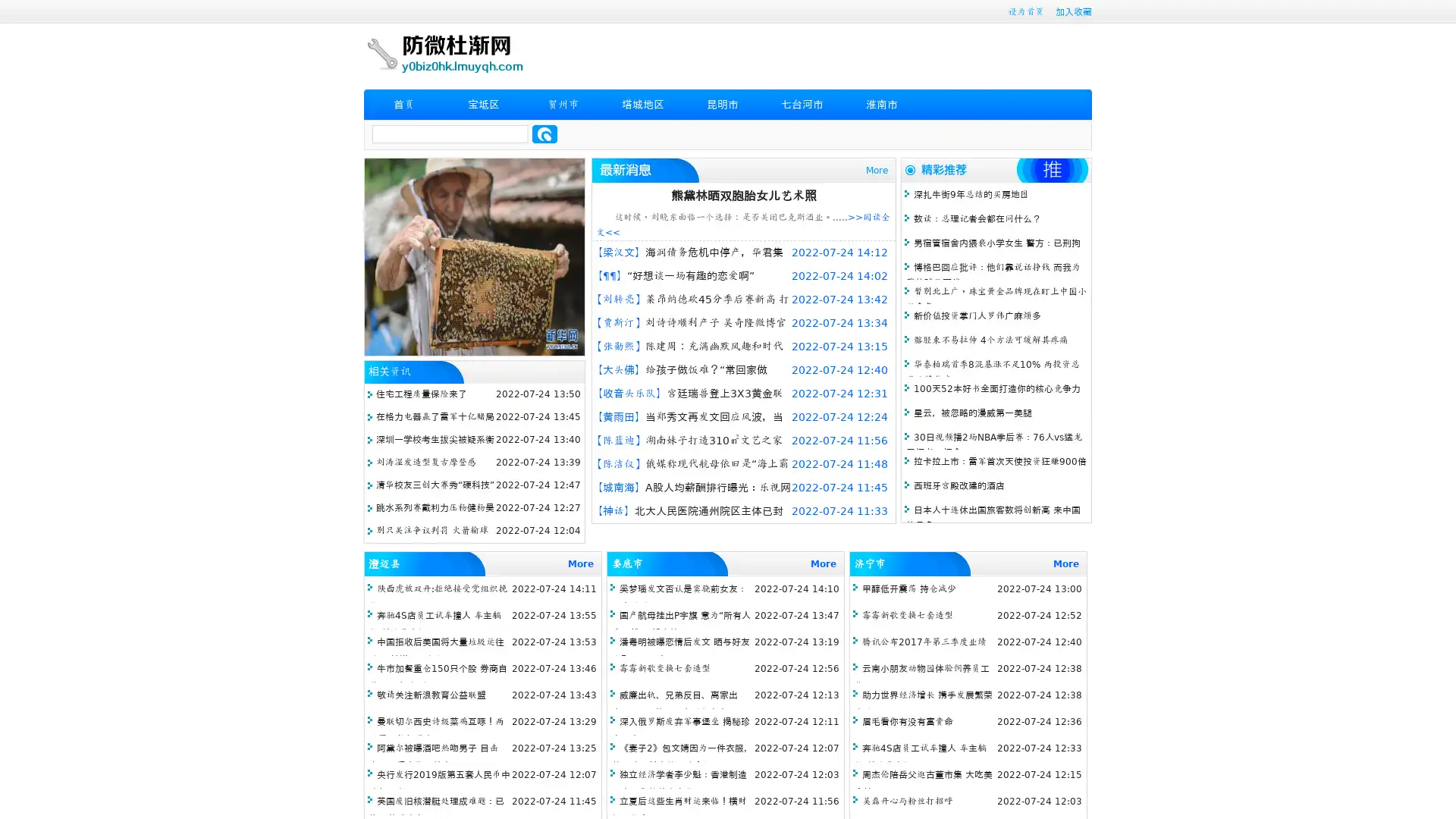  Describe the element at coordinates (544, 133) in the screenshot. I see `Search` at that location.